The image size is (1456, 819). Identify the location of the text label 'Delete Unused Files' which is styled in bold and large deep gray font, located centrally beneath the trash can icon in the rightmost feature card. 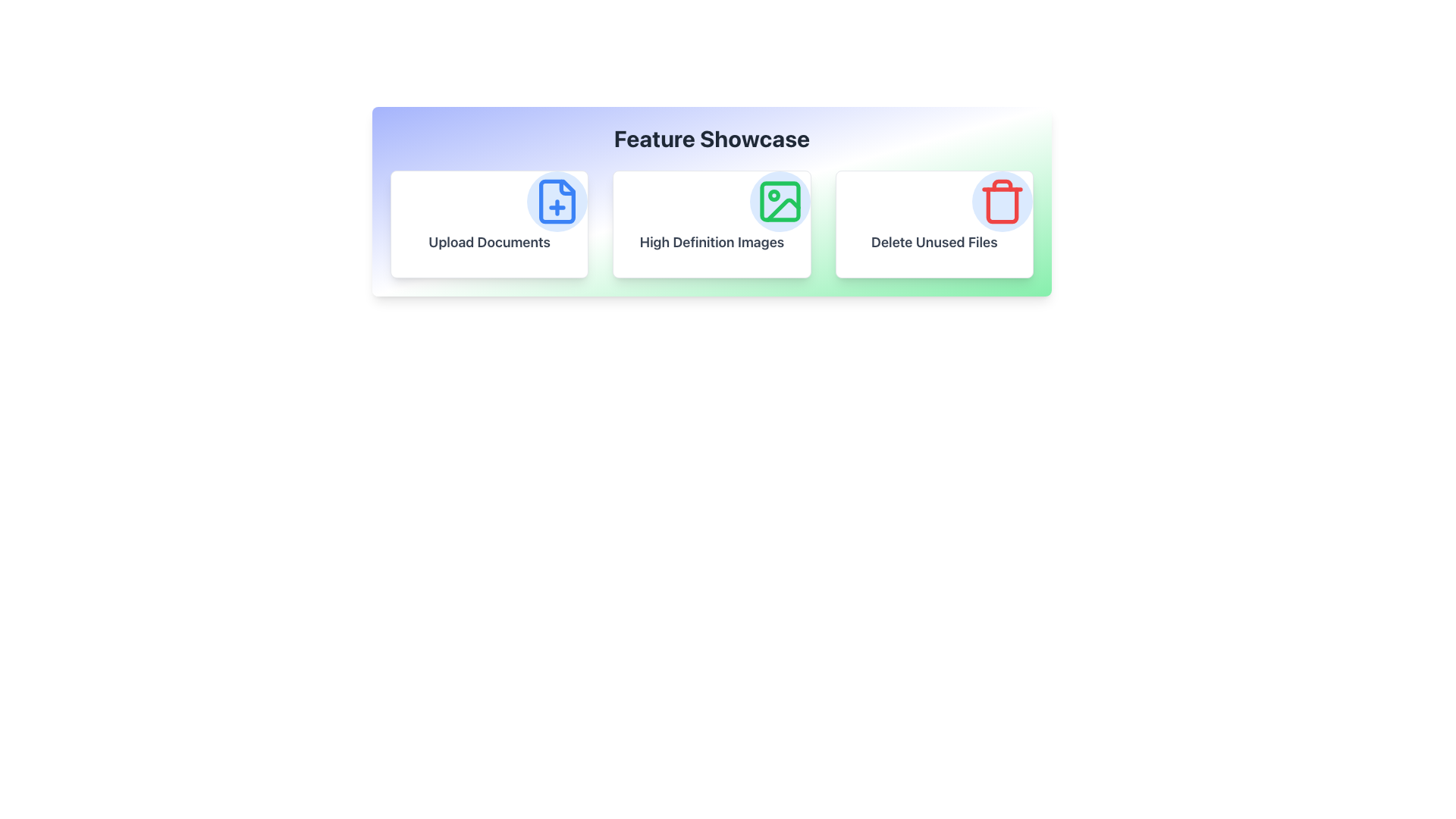
(934, 242).